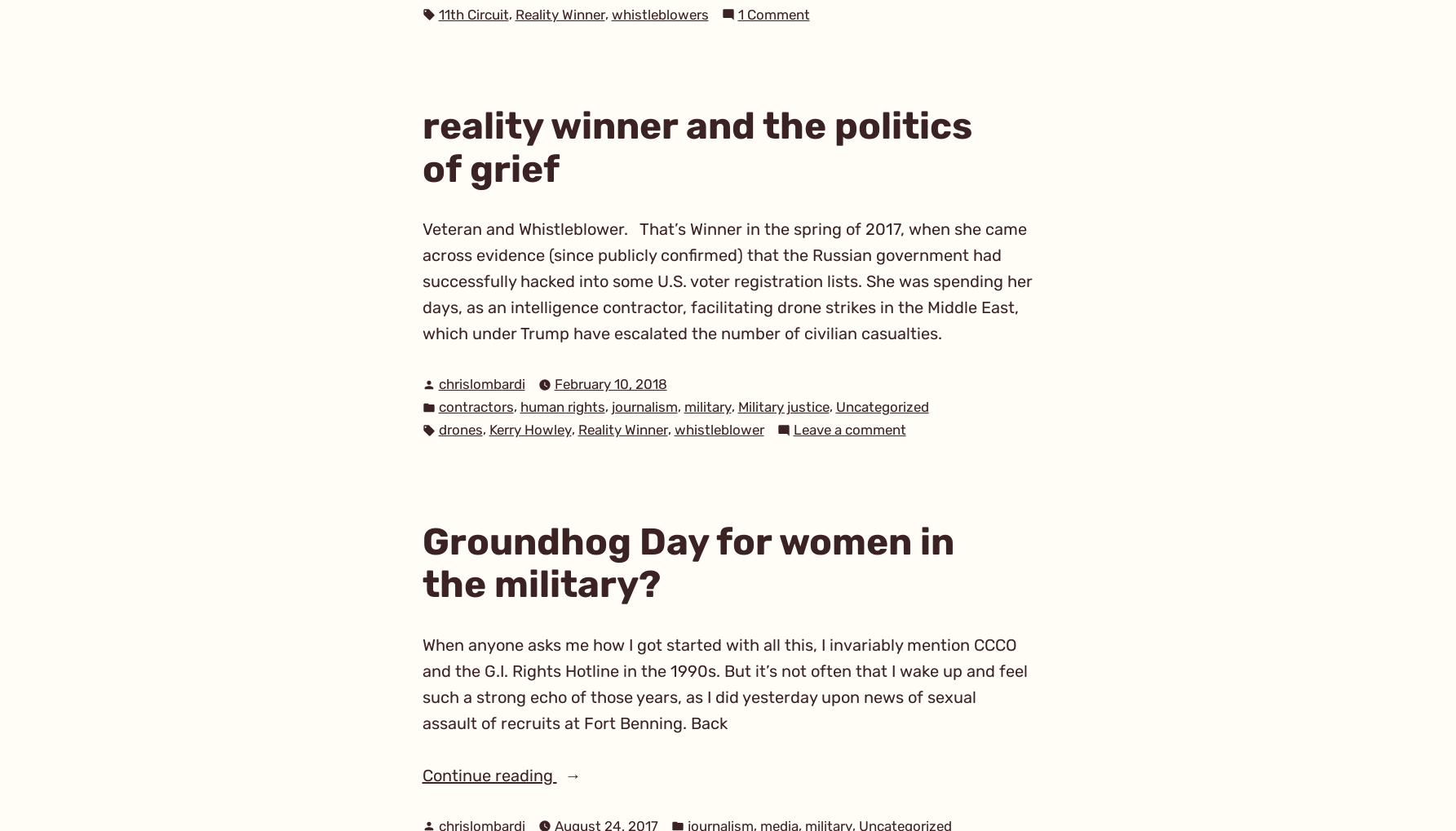 Image resolution: width=1456 pixels, height=831 pixels. Describe the element at coordinates (724, 683) in the screenshot. I see `'When anyone asks me how I got started with all this, I invariably mention CCCO and the G.I. Rights Hotline in the 1990s. But it’s not often that I wake up and feel such a strong echo of those years, as I did yesterday upon news of sexual assault of recruits at Fort Benning. Back'` at that location.